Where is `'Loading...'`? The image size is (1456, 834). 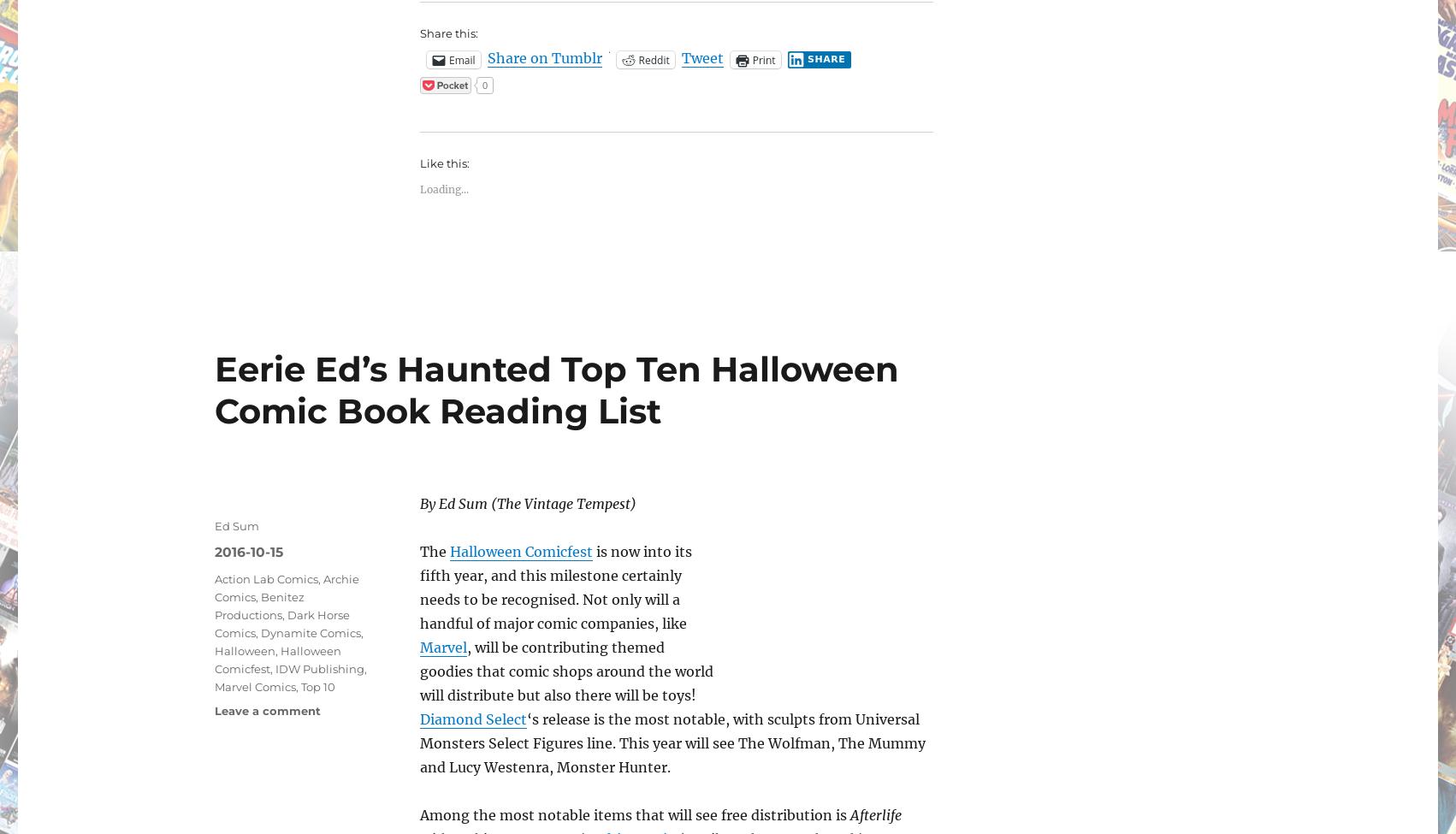 'Loading...' is located at coordinates (443, 189).